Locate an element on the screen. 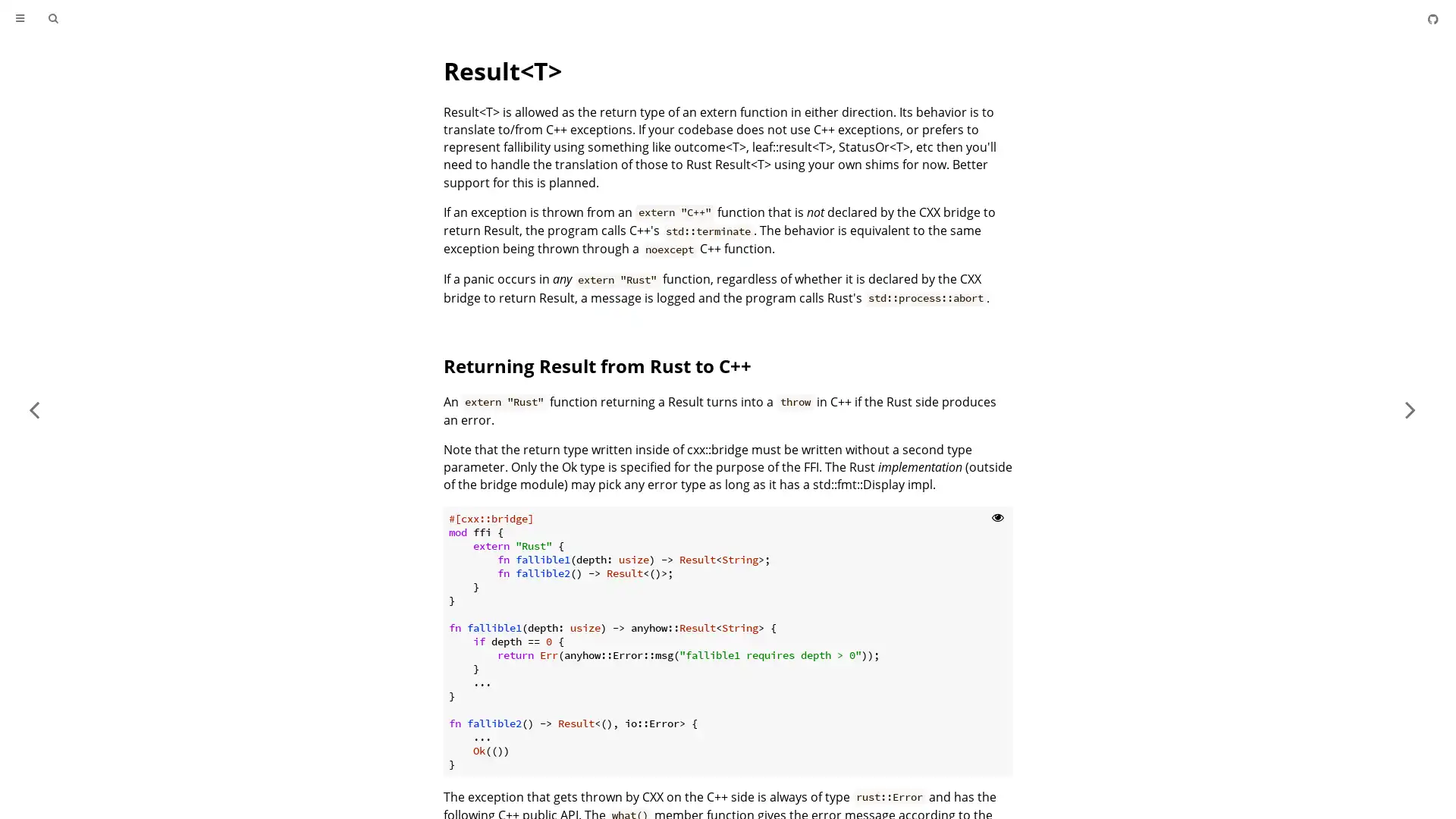 This screenshot has height=819, width=1456. Show hidden lines is located at coordinates (997, 516).